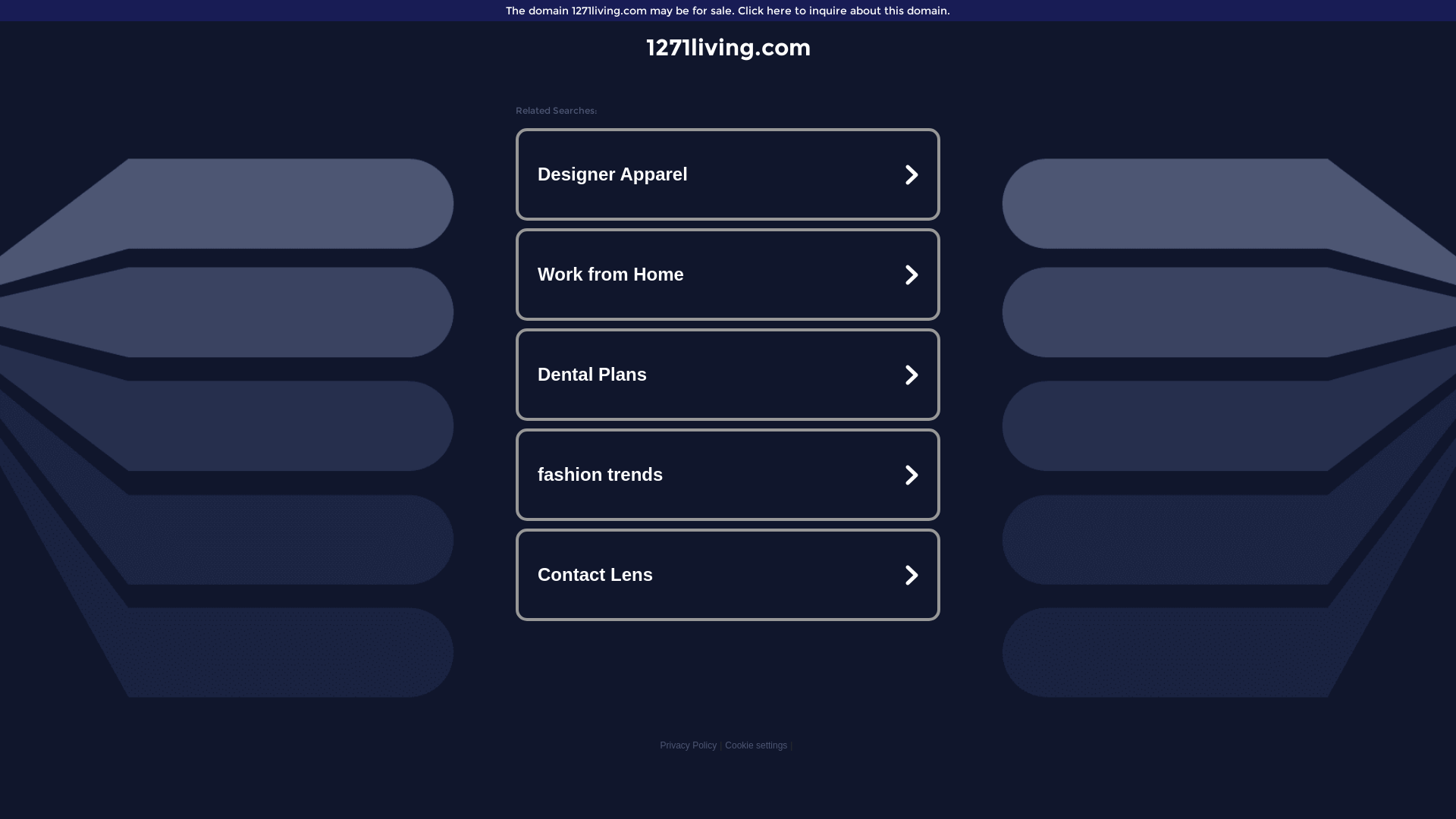  I want to click on 'Dental Plans', so click(728, 374).